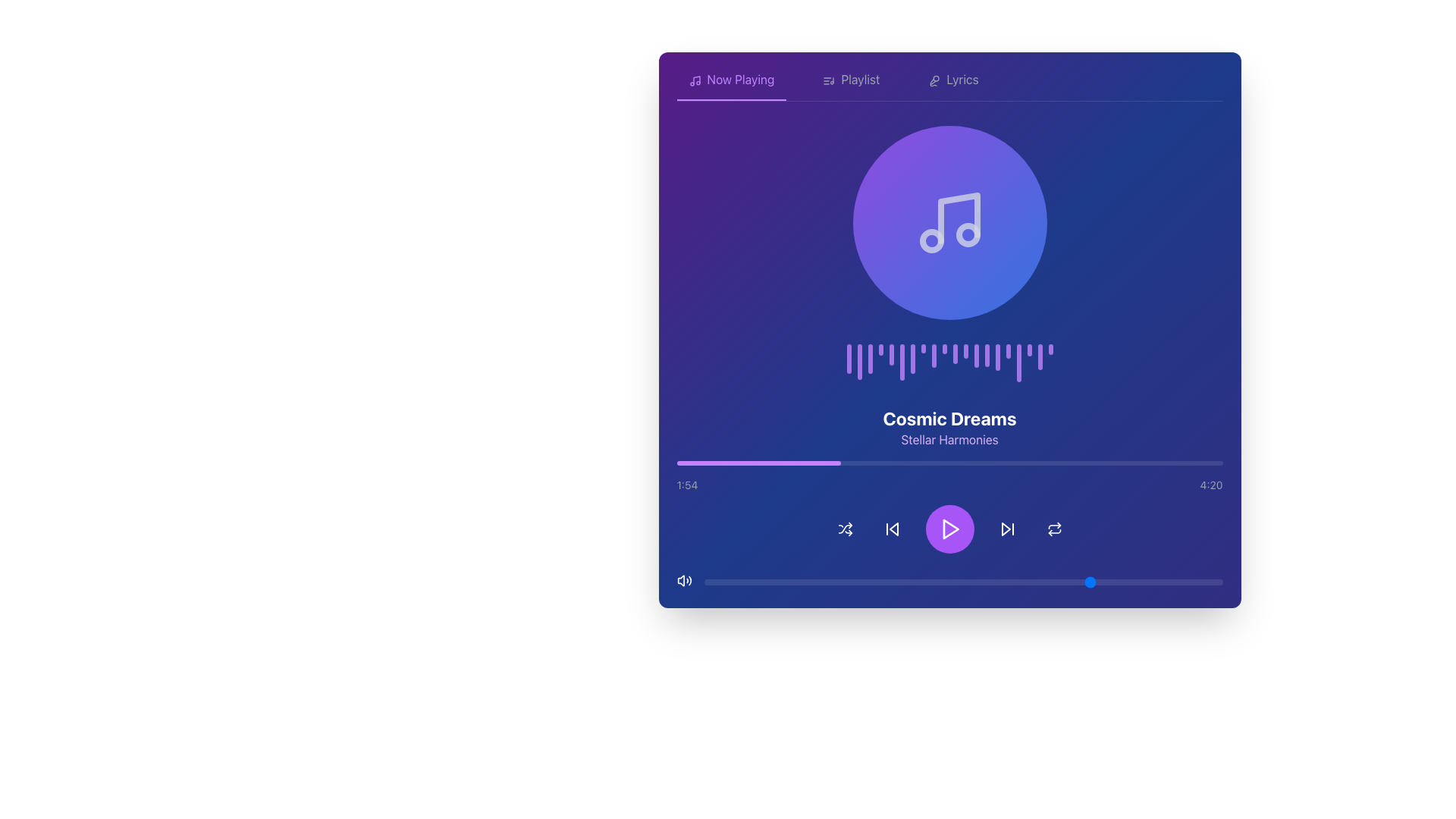  I want to click on the primary title text label indicating the name of a music track or album, positioned above the smaller text label 'Stellar Harmonies', so click(949, 418).